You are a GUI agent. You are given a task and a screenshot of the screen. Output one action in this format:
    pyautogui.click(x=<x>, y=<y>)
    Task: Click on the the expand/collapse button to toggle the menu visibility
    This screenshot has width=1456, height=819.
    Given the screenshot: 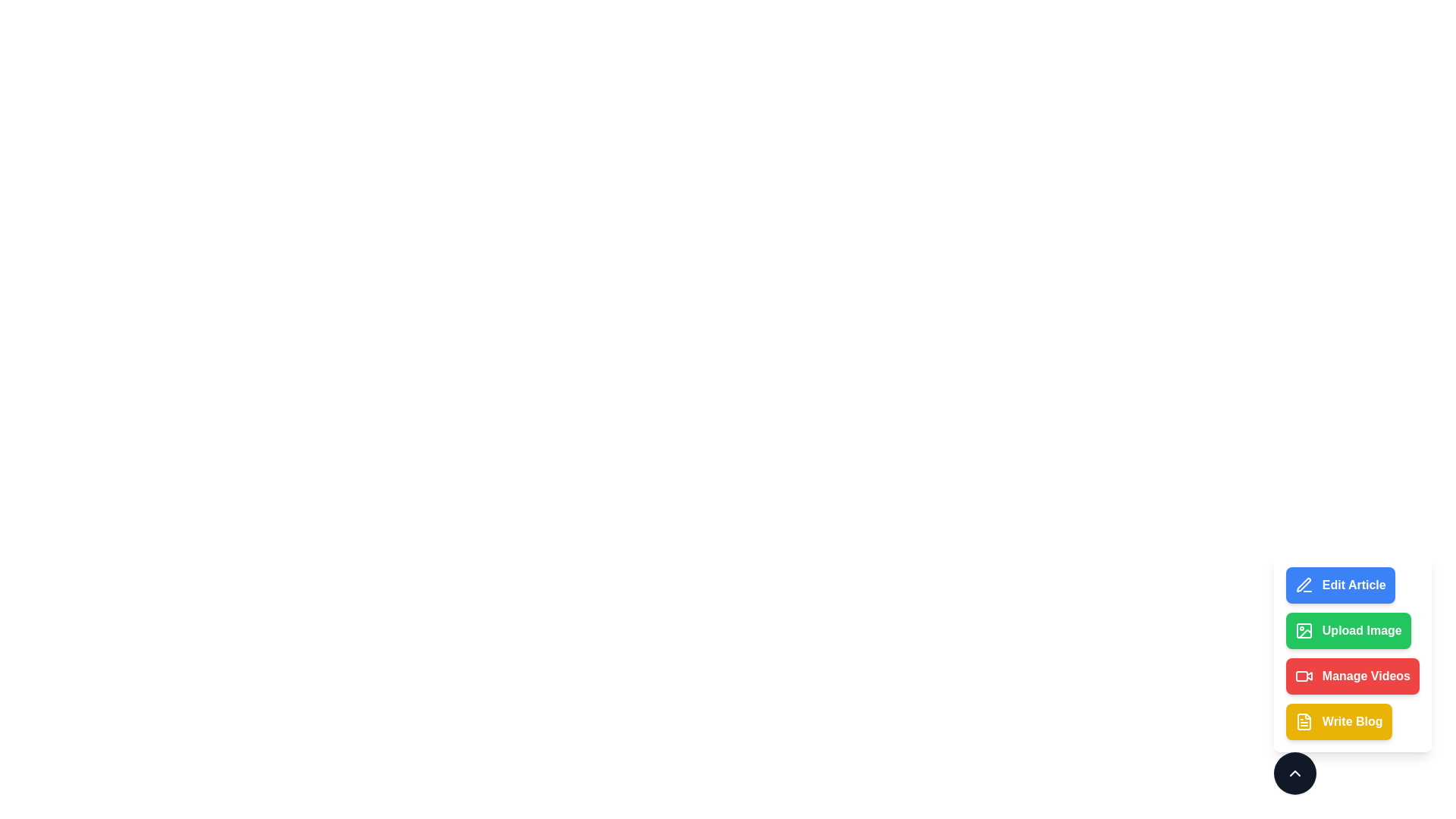 What is the action you would take?
    pyautogui.click(x=1294, y=773)
    